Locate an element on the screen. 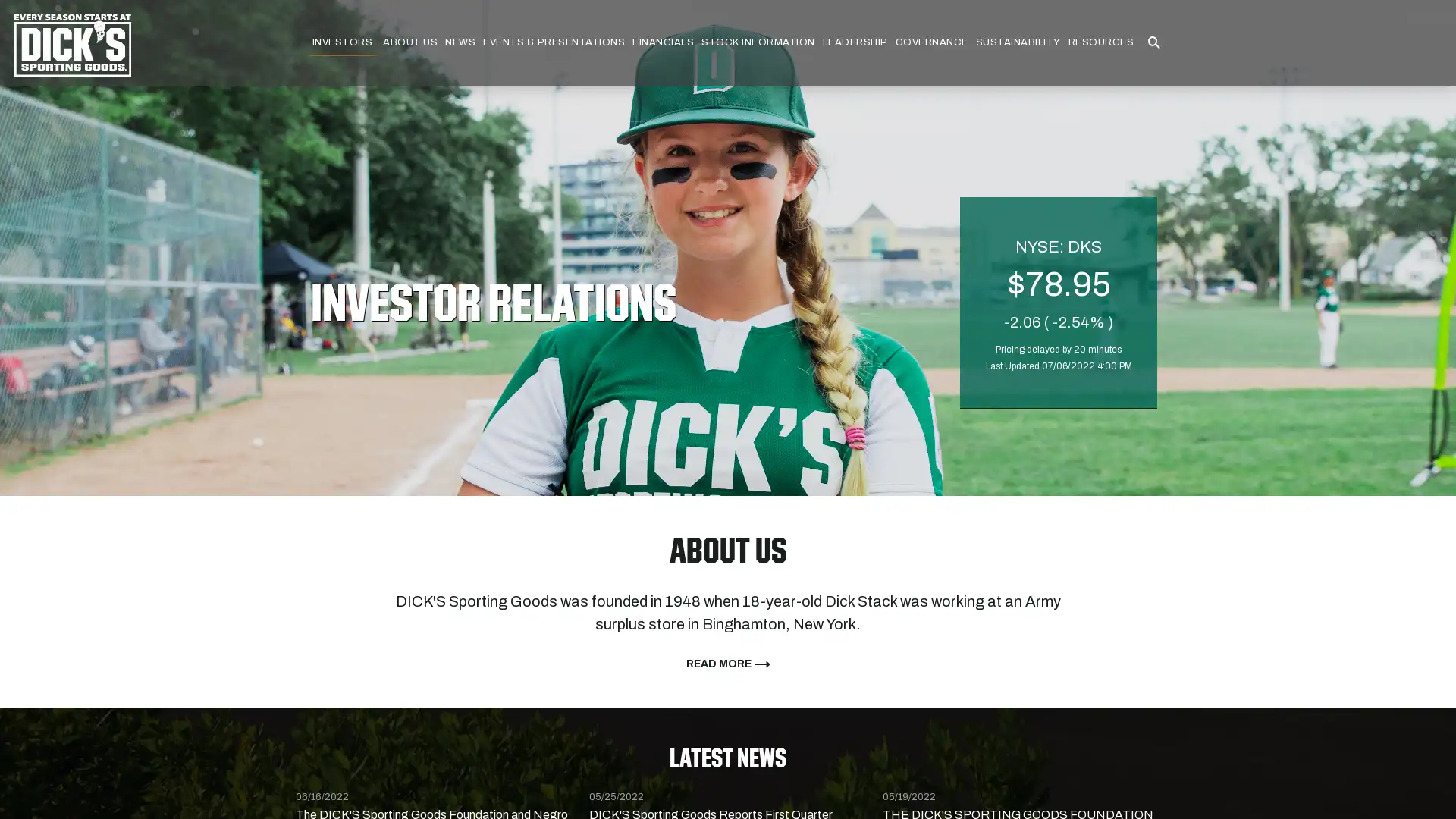  toggle search is located at coordinates (1153, 42).